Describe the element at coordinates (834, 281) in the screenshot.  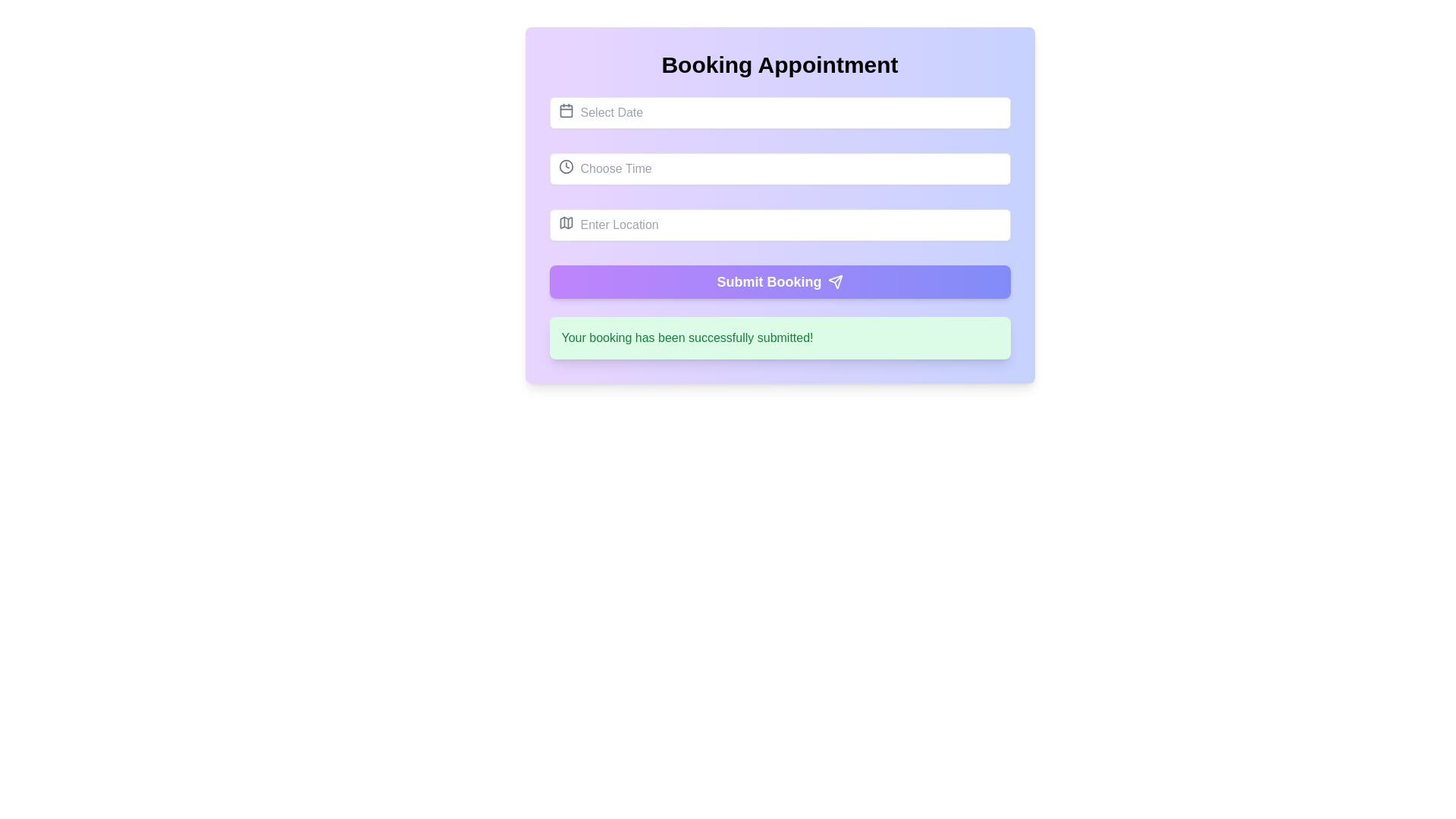
I see `the 'Submit Booking' button which is accompanied by a decorative SVG icon on its right side` at that location.